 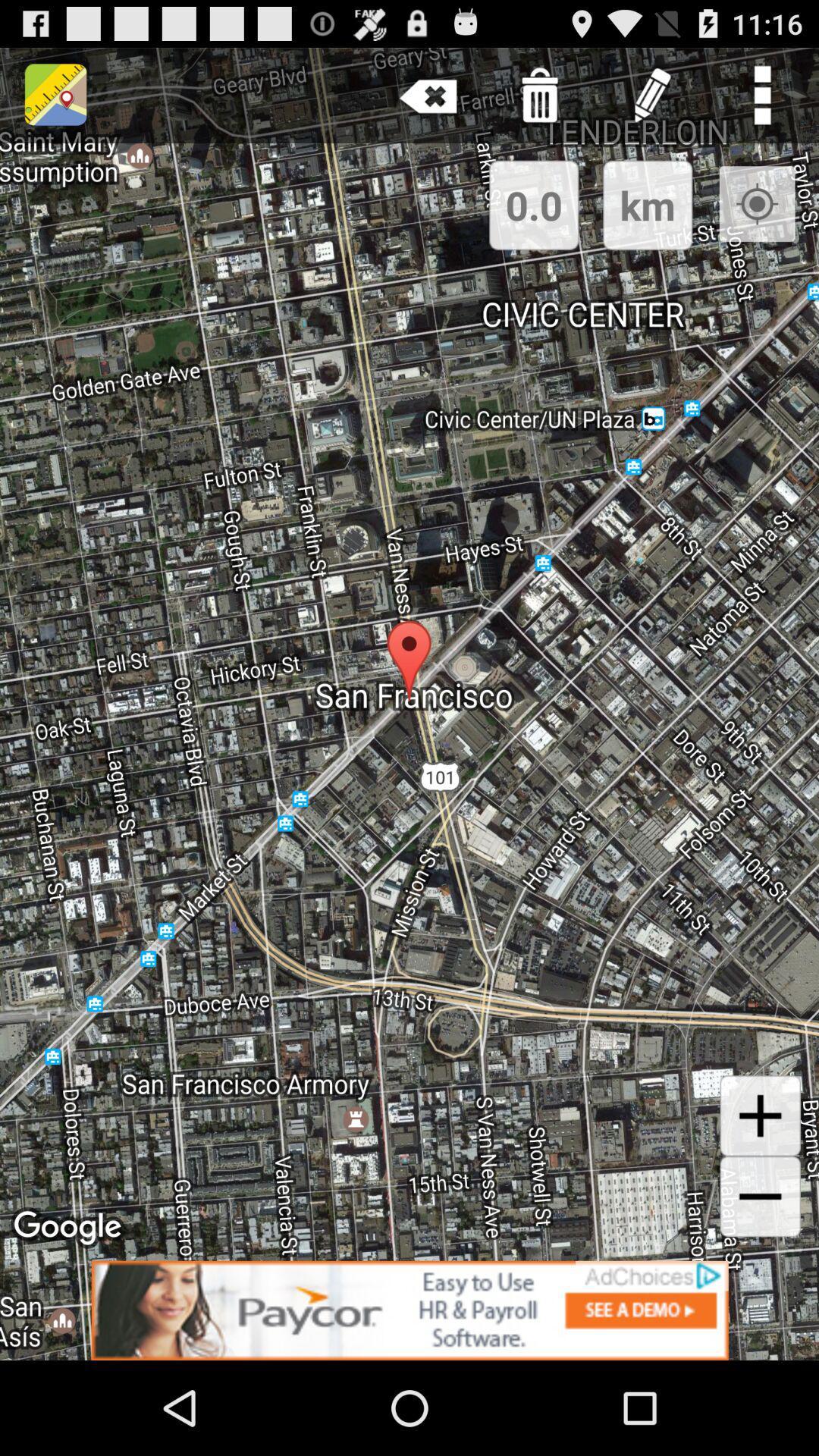 What do you see at coordinates (760, 1279) in the screenshot?
I see `the zoom_out icon` at bounding box center [760, 1279].